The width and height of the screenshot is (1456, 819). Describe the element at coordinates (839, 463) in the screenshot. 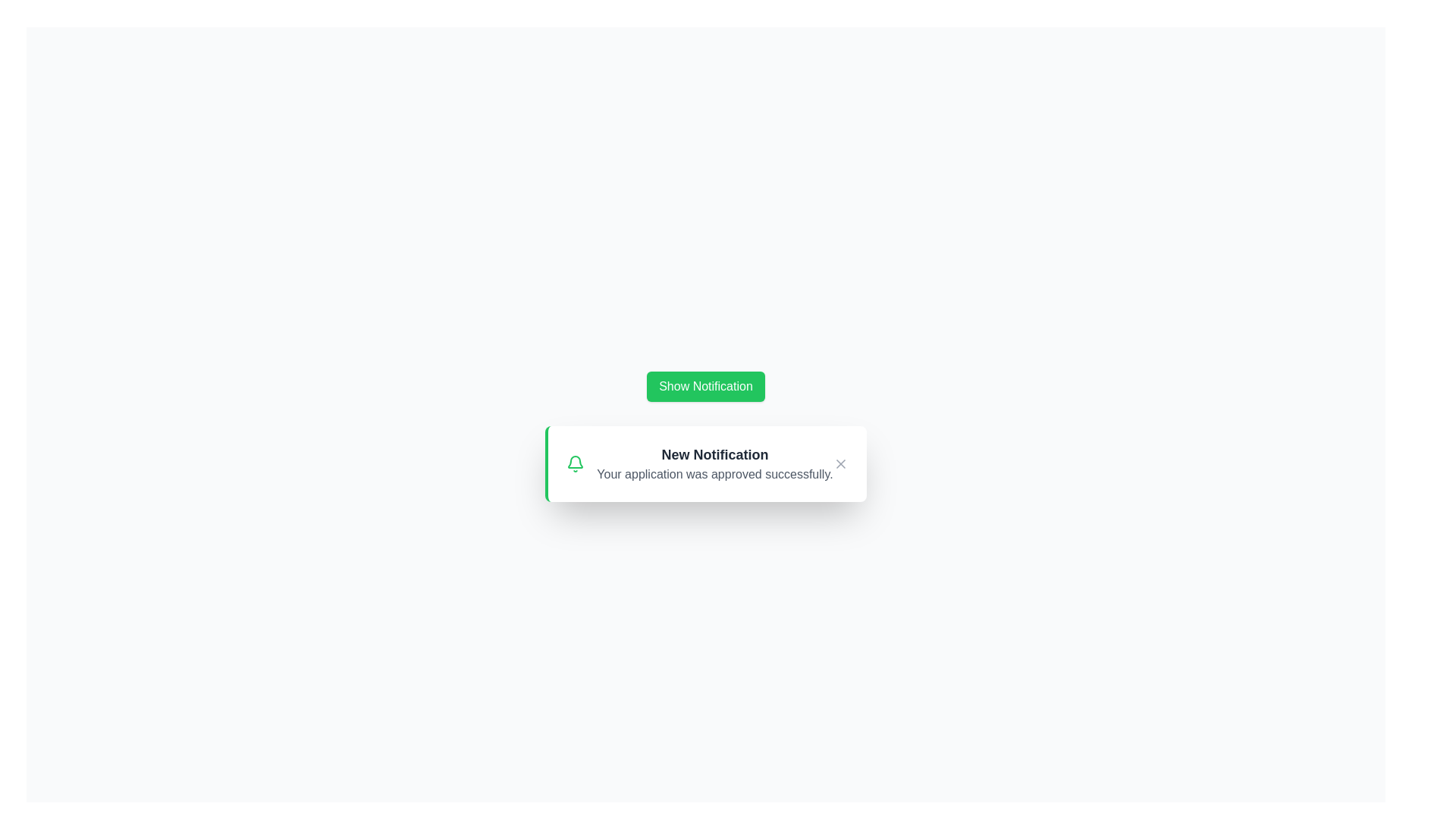

I see `the close button icon located at the top-right corner of the notification card that displays 'New Notification' and 'Your application was approved successfully.'` at that location.